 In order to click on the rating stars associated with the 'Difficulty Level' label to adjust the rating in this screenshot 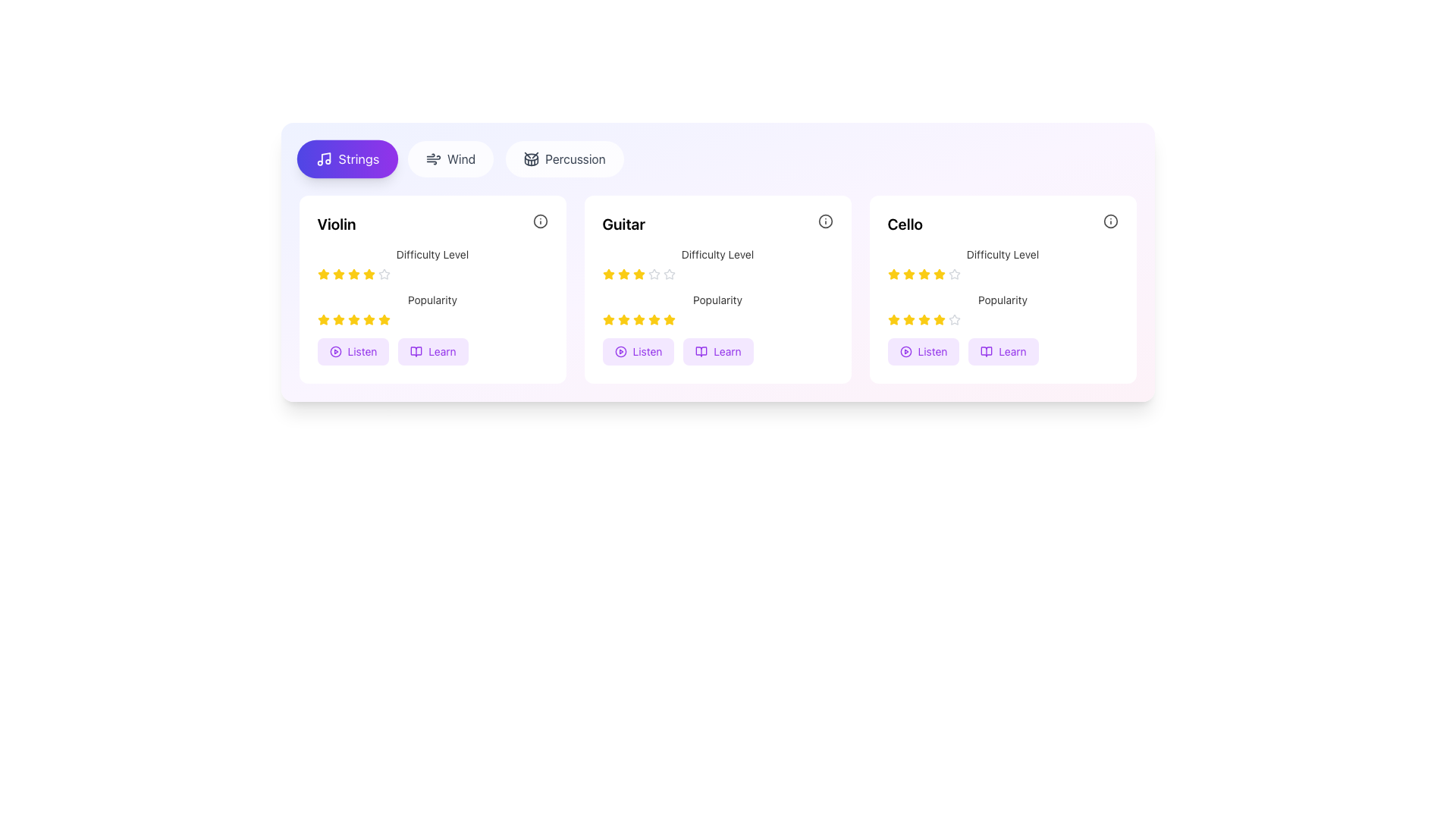, I will do `click(431, 262)`.